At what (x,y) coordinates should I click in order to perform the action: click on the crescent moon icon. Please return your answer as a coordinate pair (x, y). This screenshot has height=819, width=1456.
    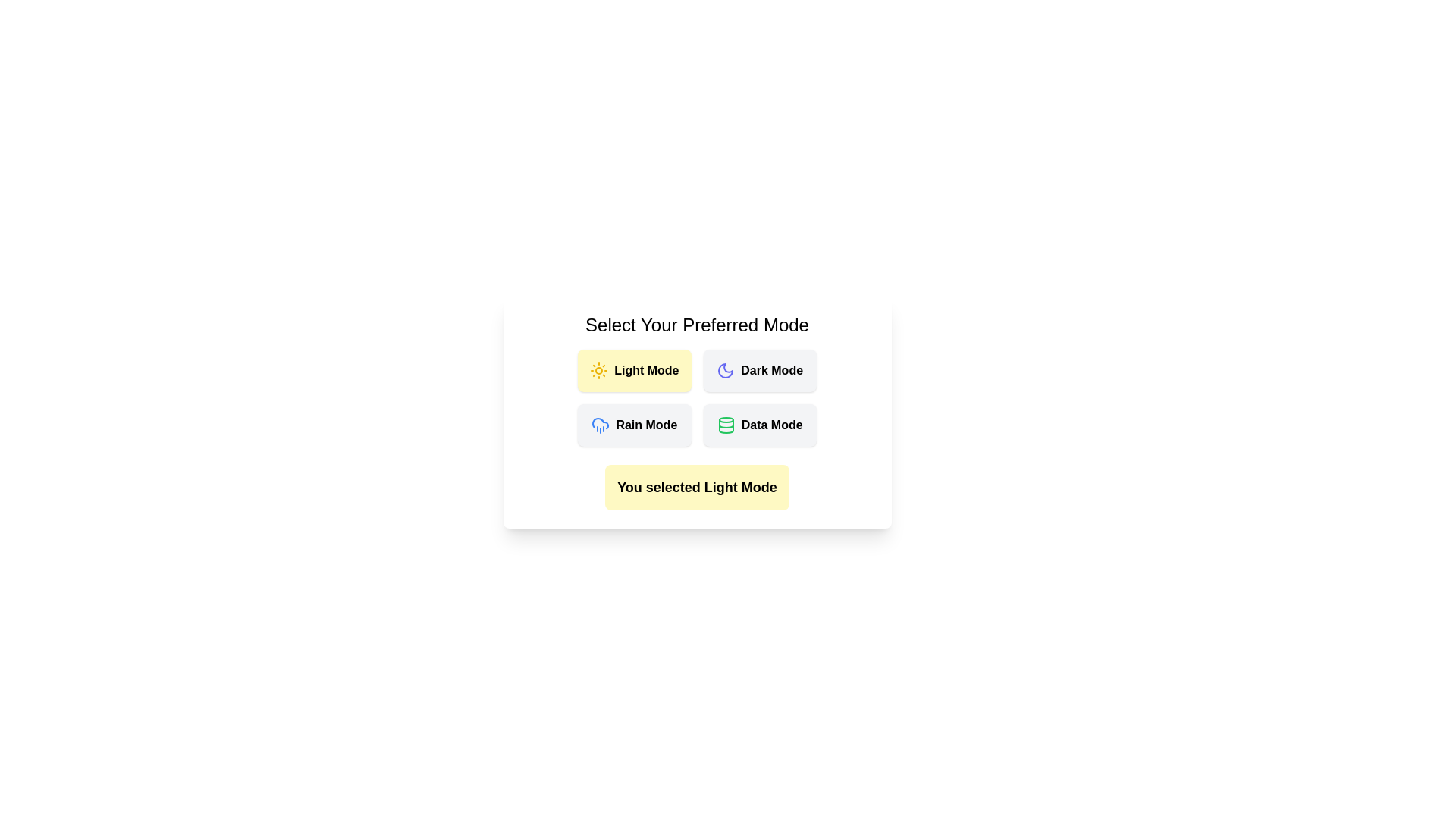
    Looking at the image, I should click on (725, 371).